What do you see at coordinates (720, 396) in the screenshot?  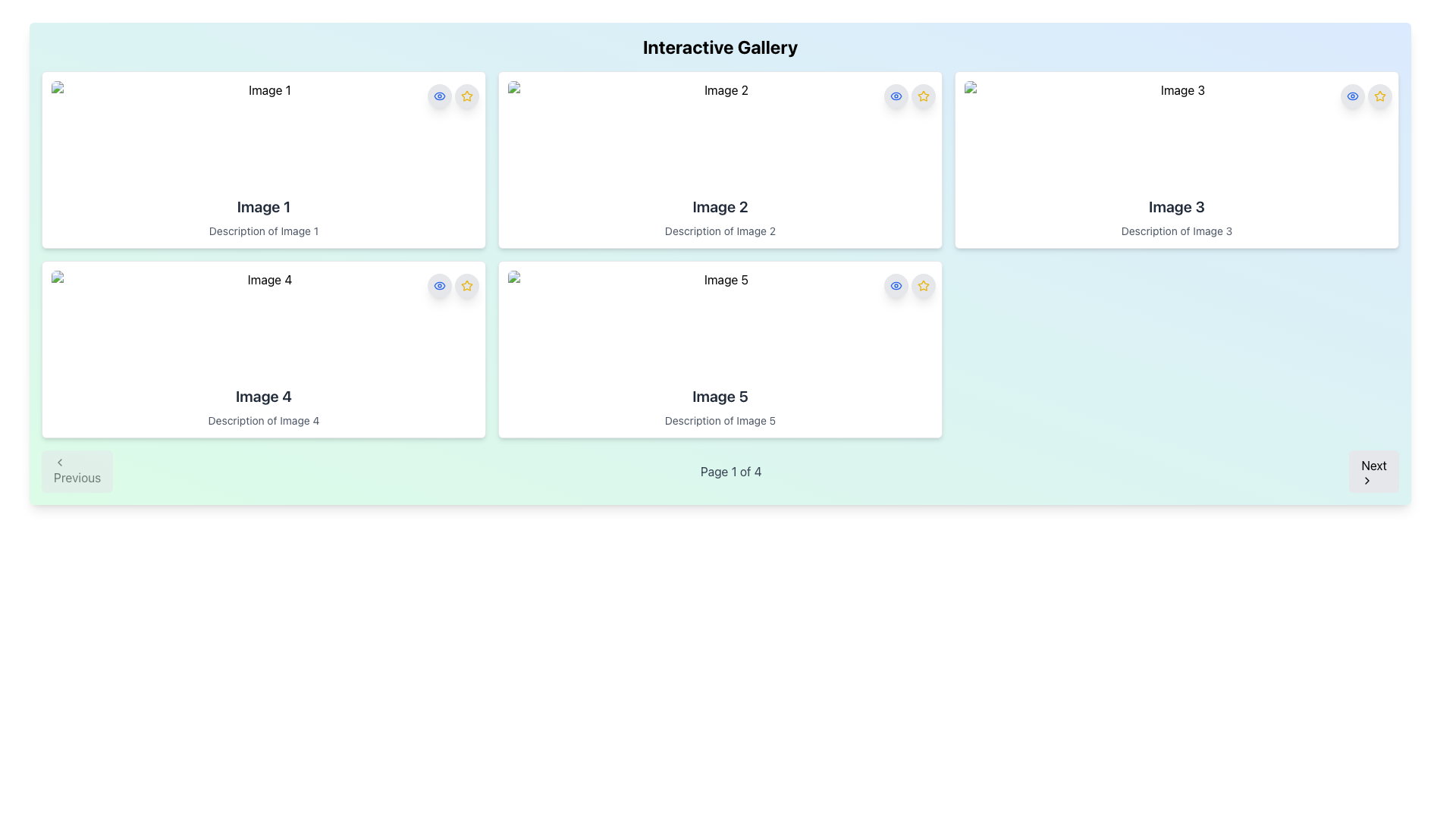 I see `the title text element in the card located in the second row, third column of the grid layout, which indicates the name or type of content showcased` at bounding box center [720, 396].